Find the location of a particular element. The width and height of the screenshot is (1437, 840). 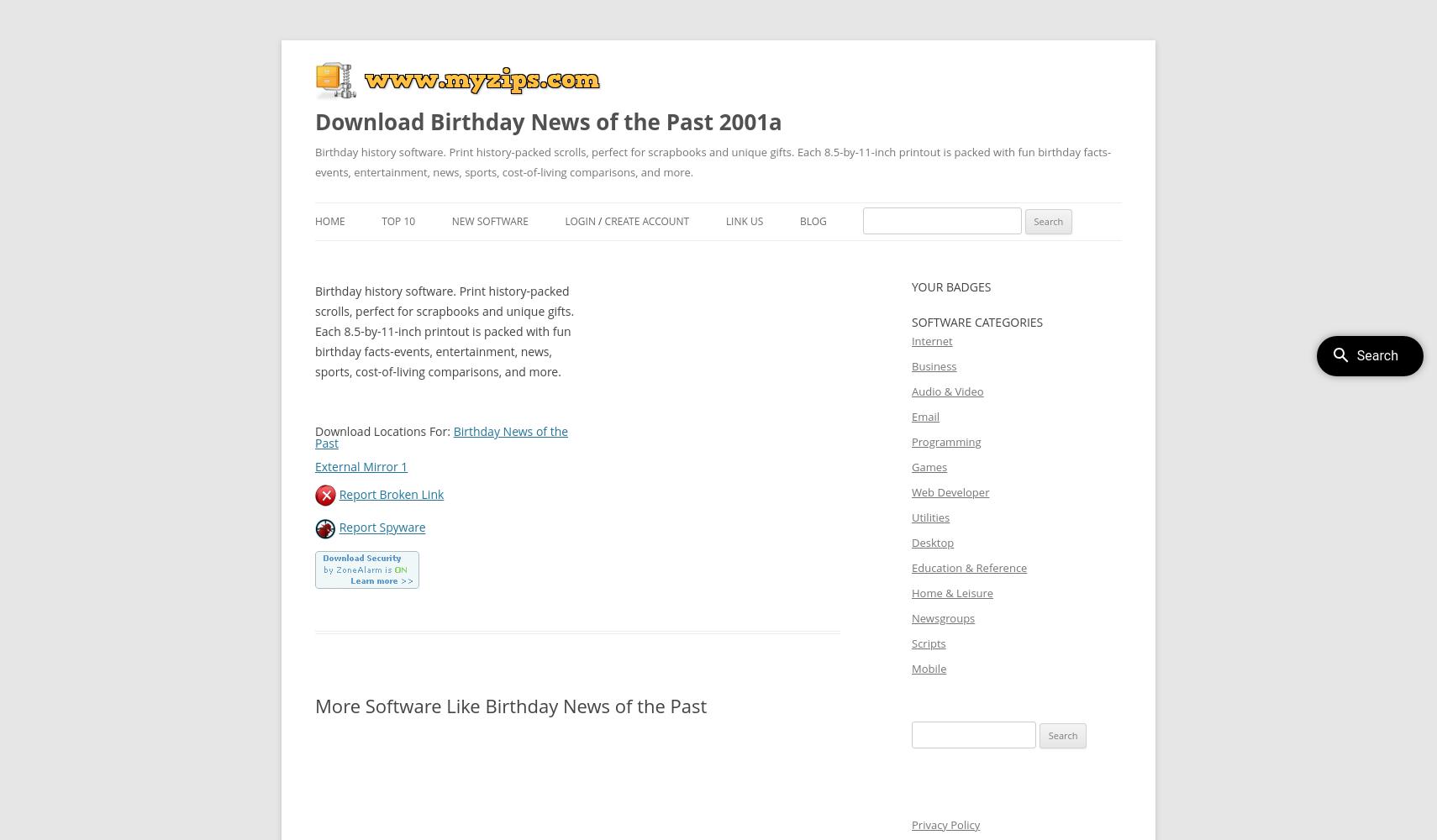

'Desktop' is located at coordinates (910, 543).